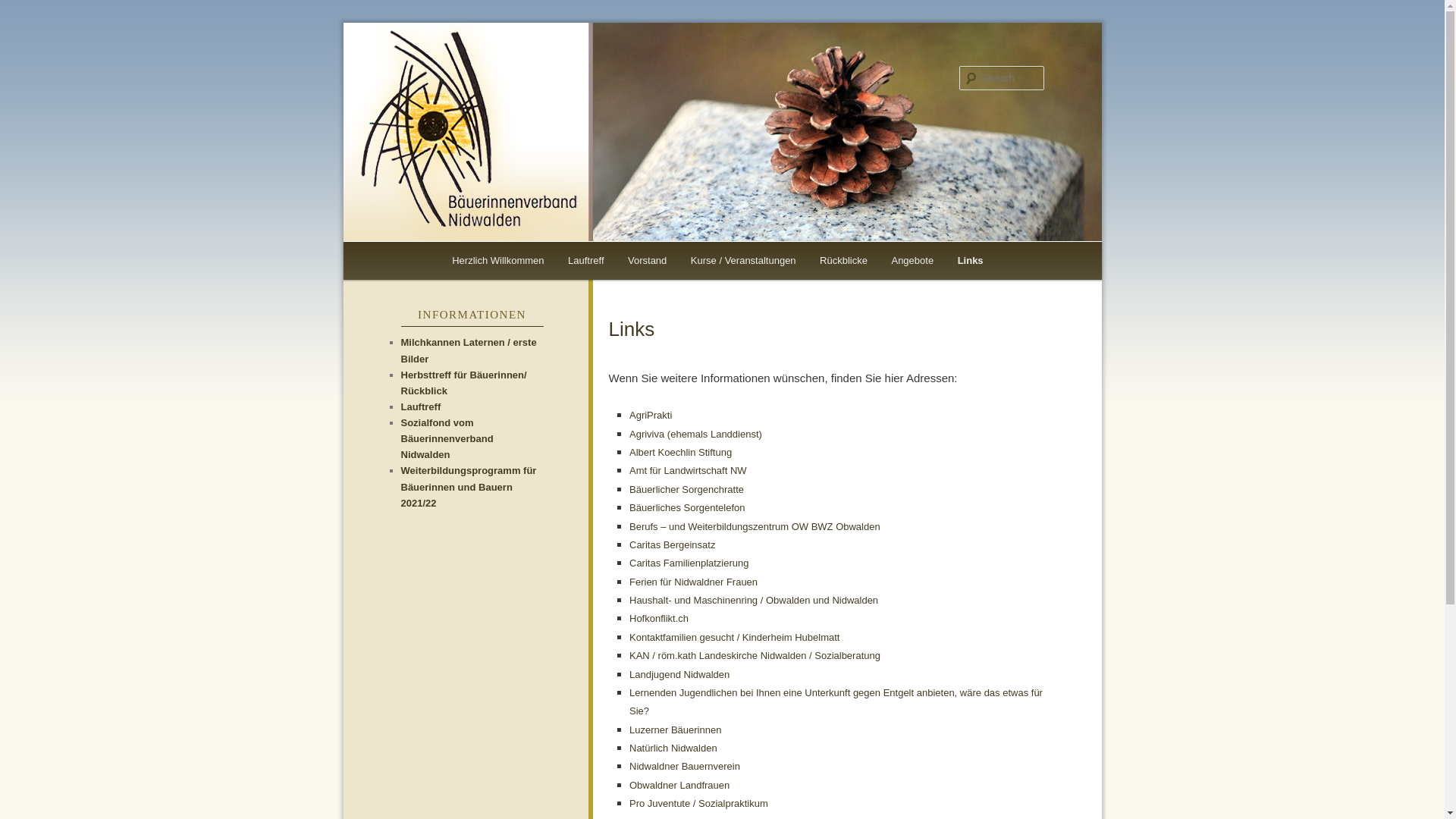  What do you see at coordinates (688, 563) in the screenshot?
I see `'Caritas Familienplatzierung'` at bounding box center [688, 563].